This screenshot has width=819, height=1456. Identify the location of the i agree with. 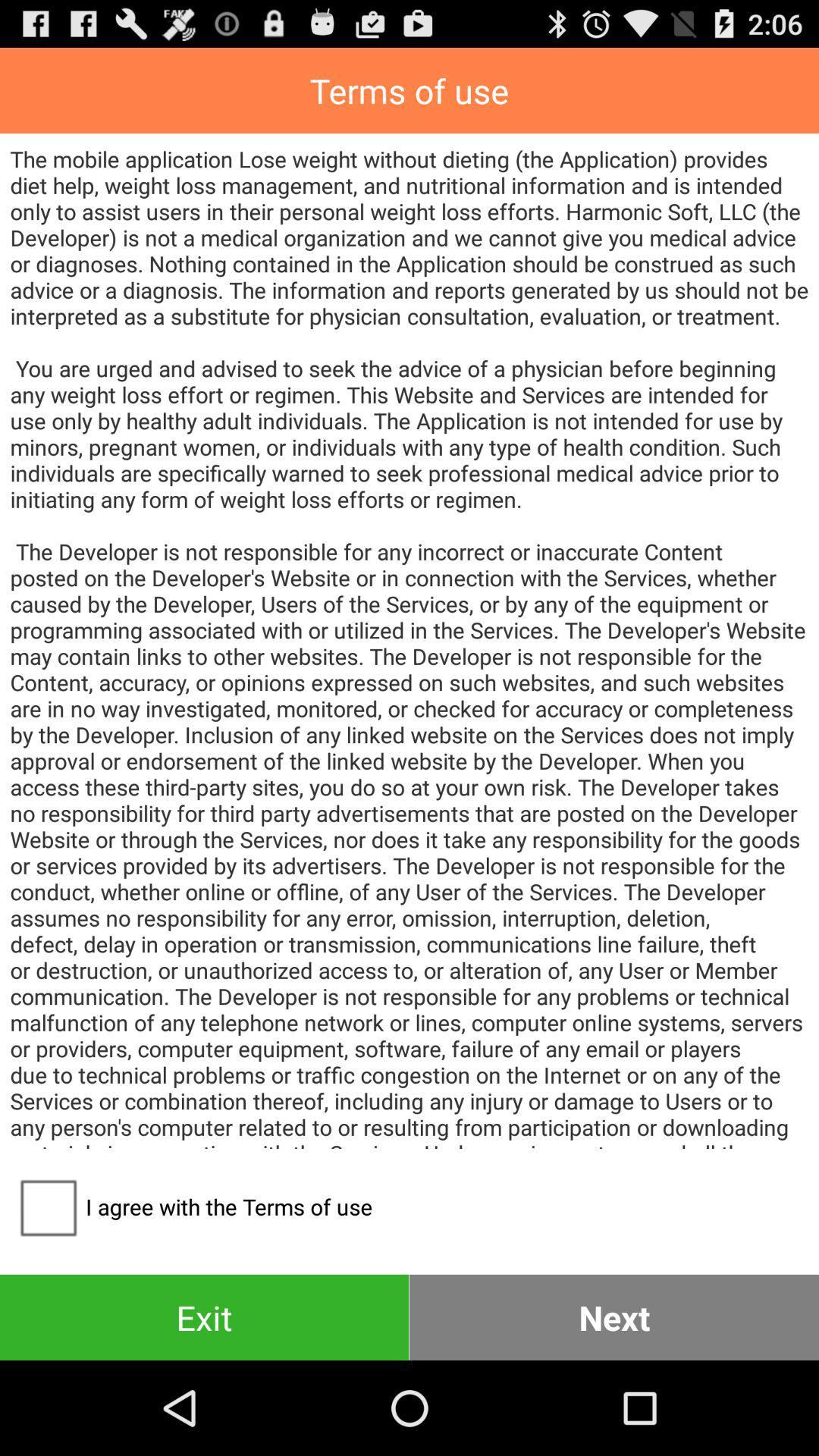
(190, 1206).